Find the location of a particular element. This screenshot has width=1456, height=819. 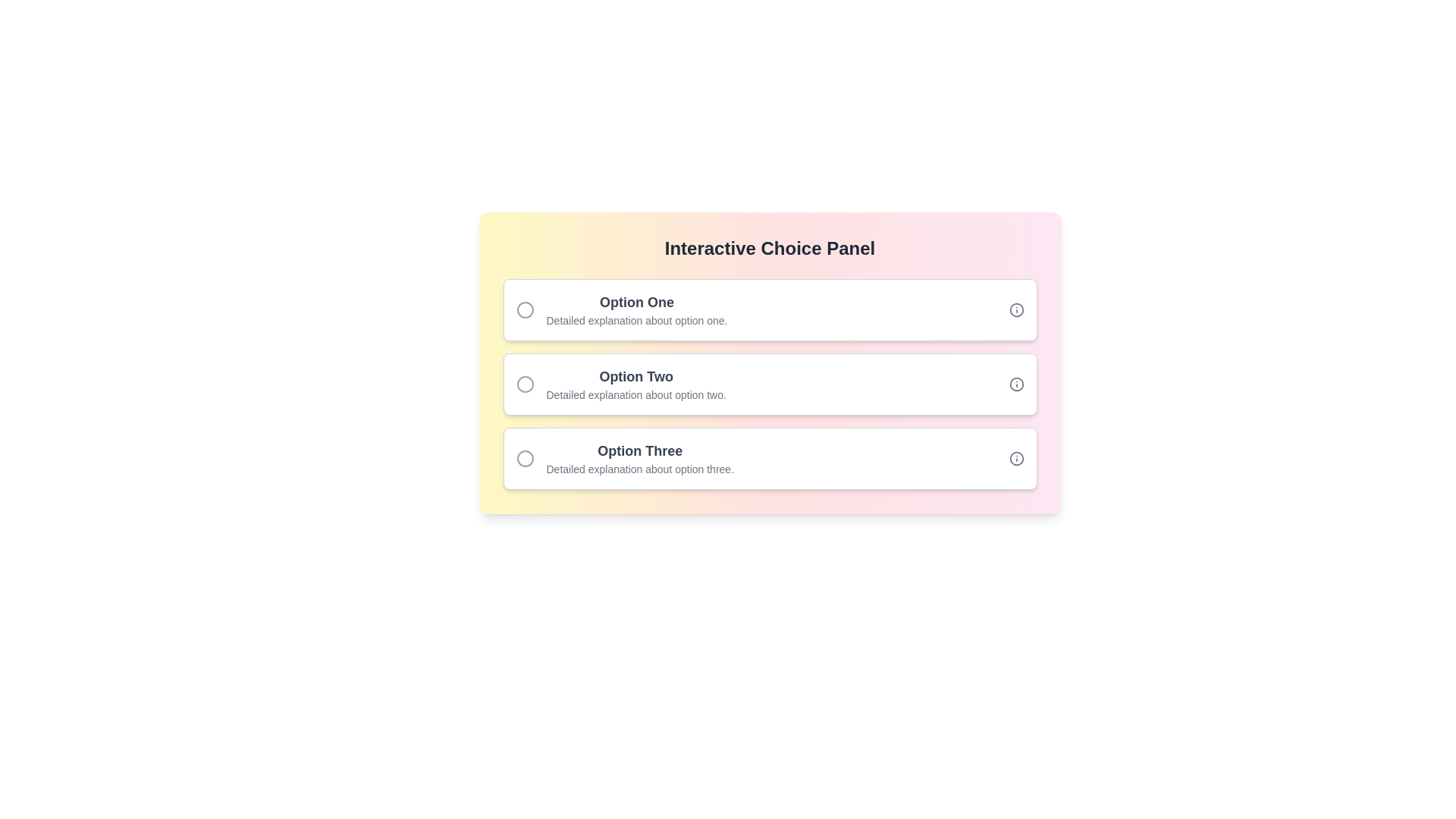

the option card labeled 'Option Two' with a detailed explanation 'Detailed explanation about option two.' which is the second entry in the vertical stack of three option cards within the 'Interactive Choice Panel' is located at coordinates (770, 383).